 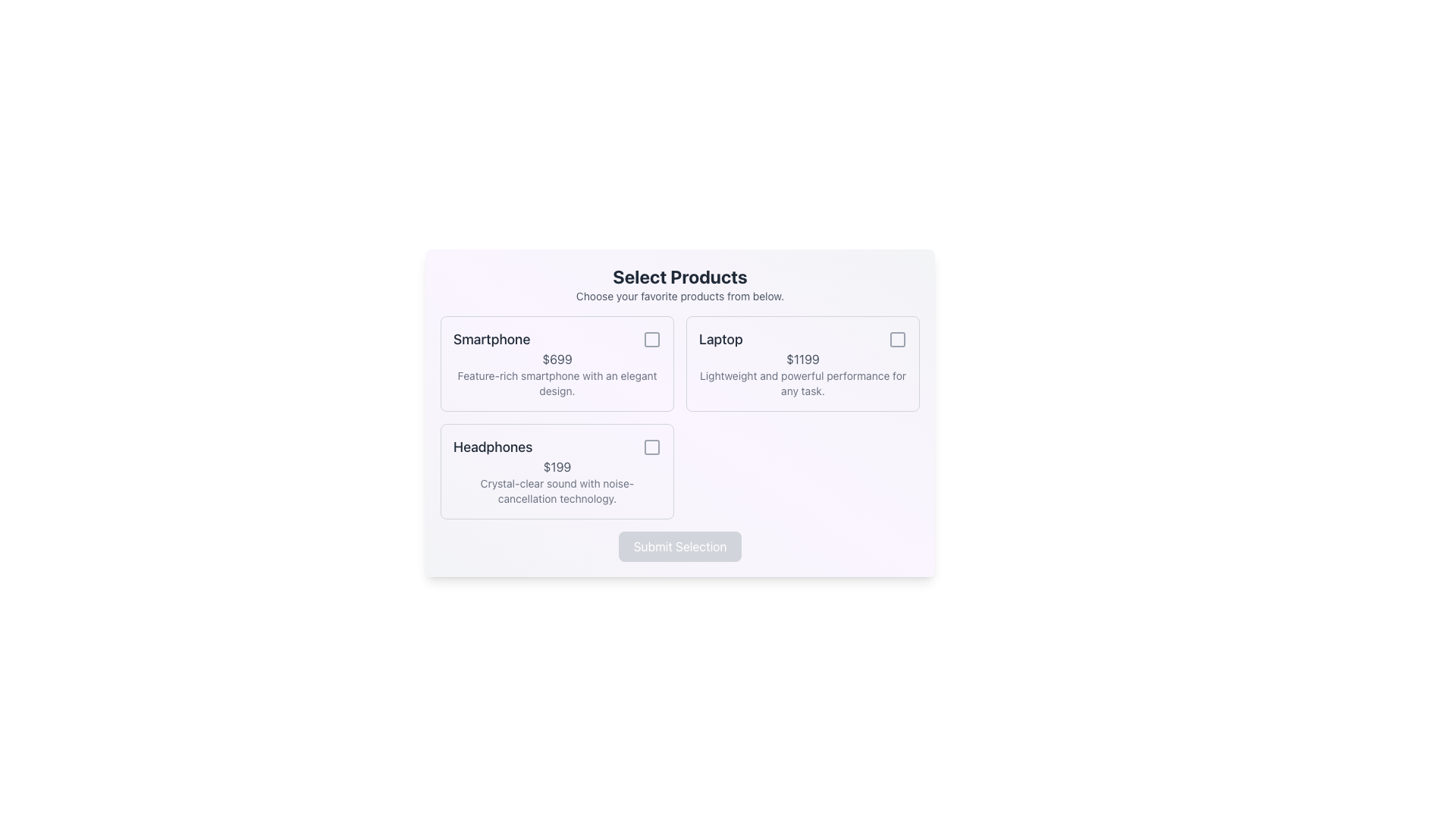 I want to click on the pricing detail text label for the headphones product, located beneath the 'Headphones' title and above the product description, so click(x=556, y=466).